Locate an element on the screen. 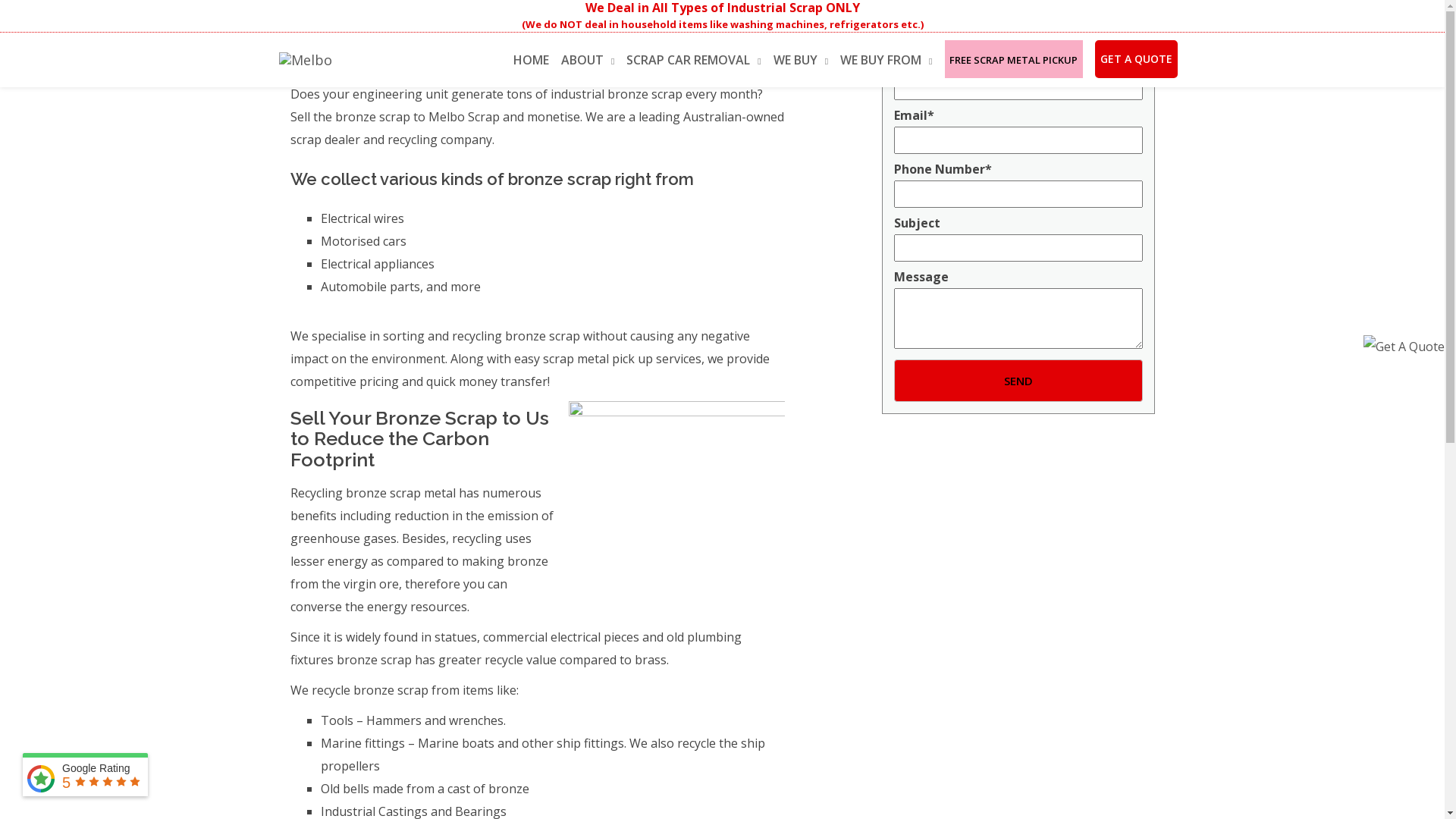  'HOME' is located at coordinates (513, 57).